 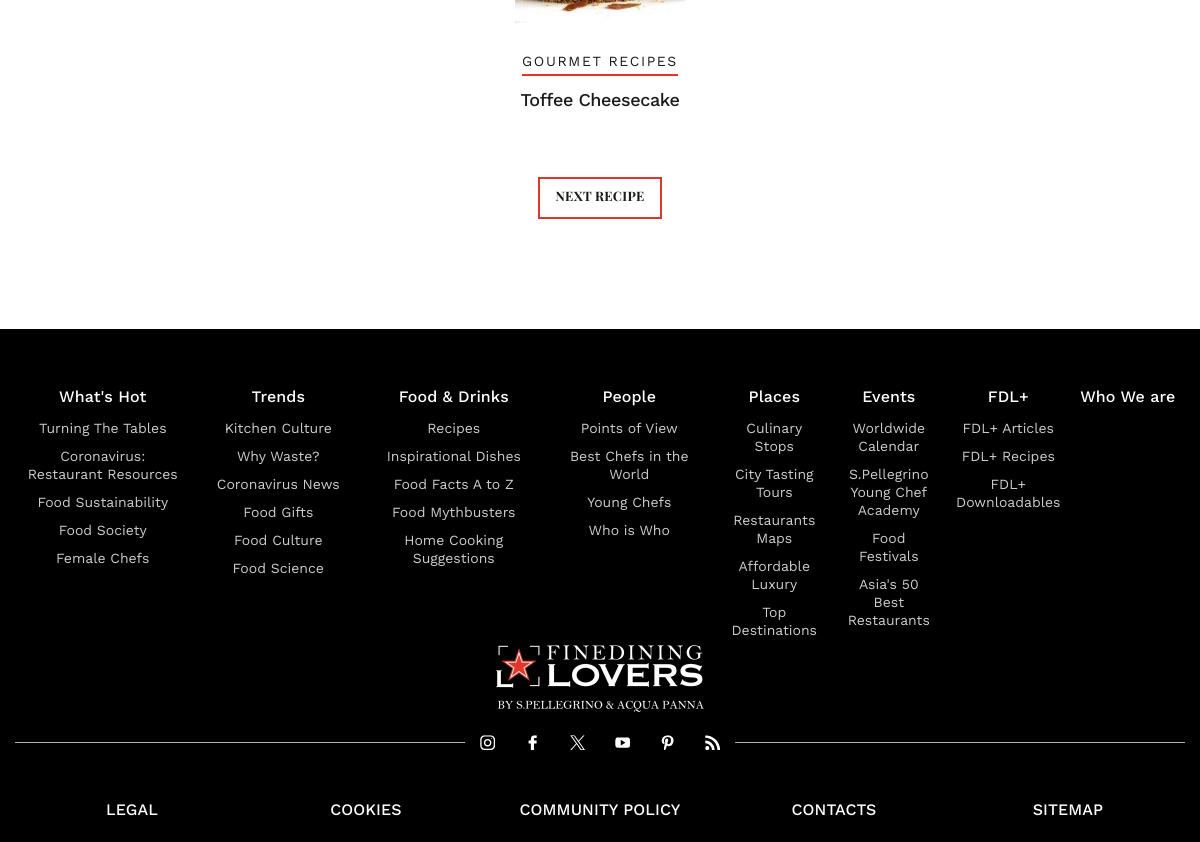 I want to click on 'Kitchen Culture', so click(x=276, y=427).